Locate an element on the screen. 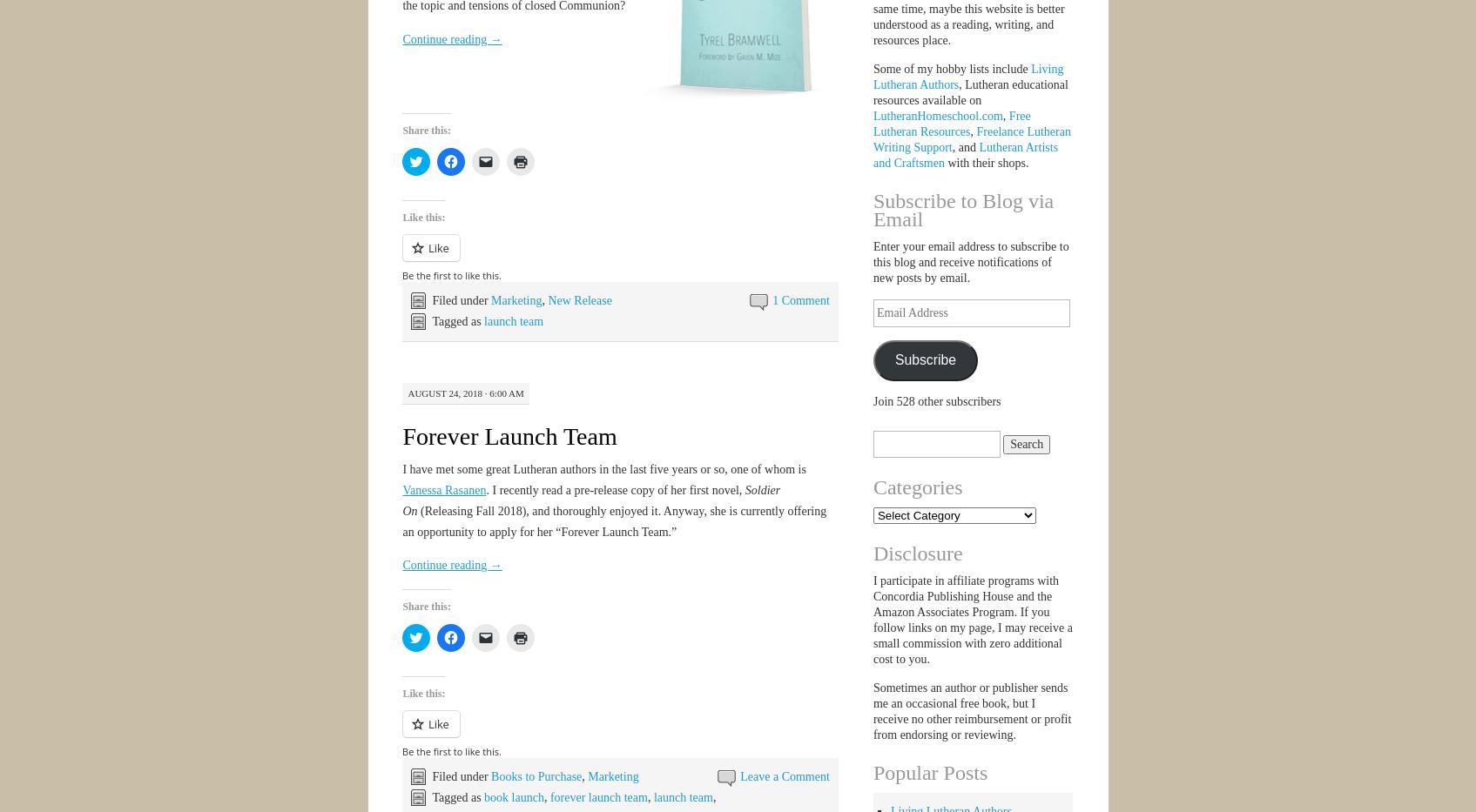  'Subscribe to Blog via Email' is located at coordinates (962, 209).